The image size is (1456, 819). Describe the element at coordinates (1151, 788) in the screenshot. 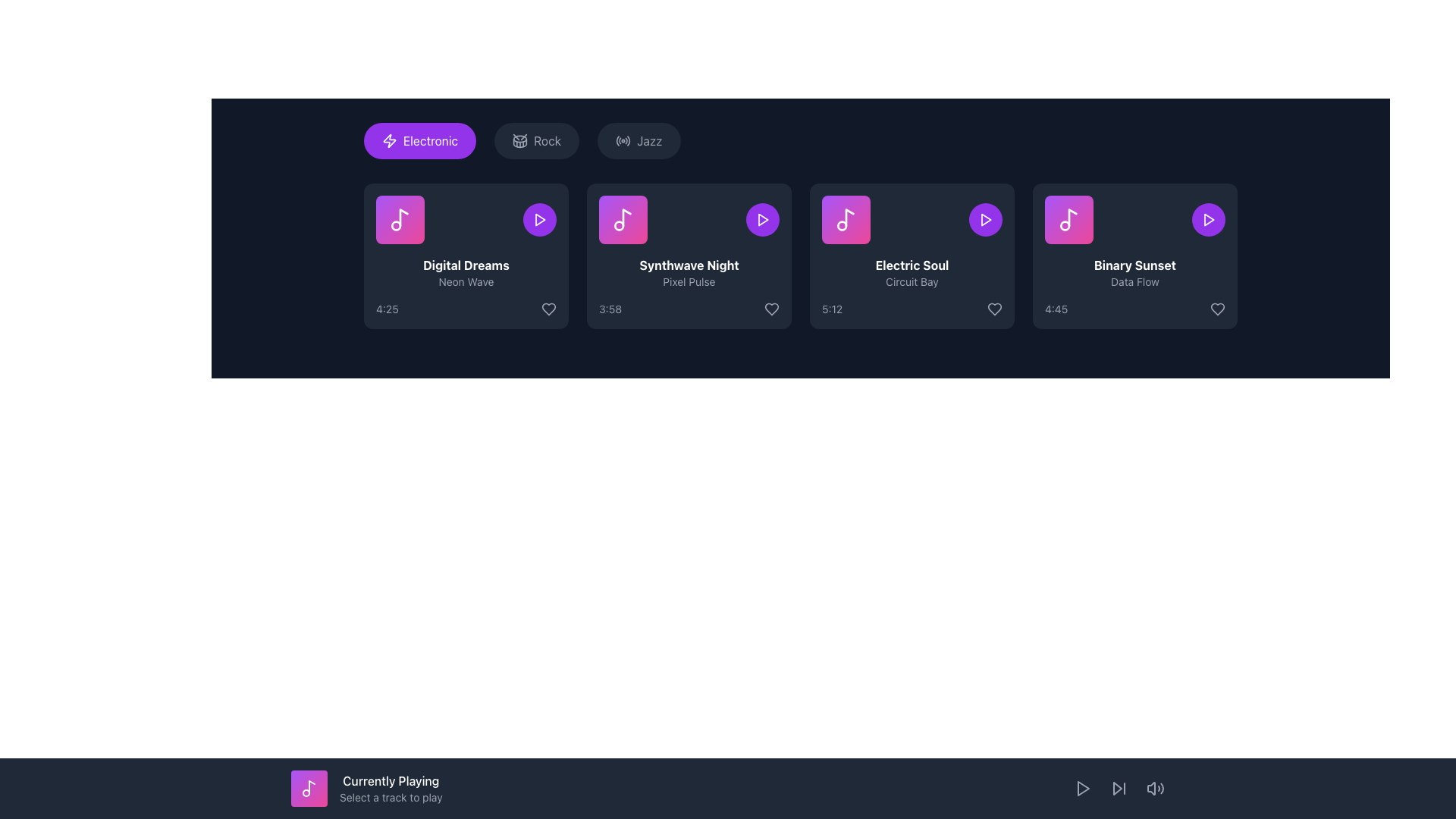

I see `the speaker icon element in the volume control feature located in the bottom-right corner of the interface` at that location.